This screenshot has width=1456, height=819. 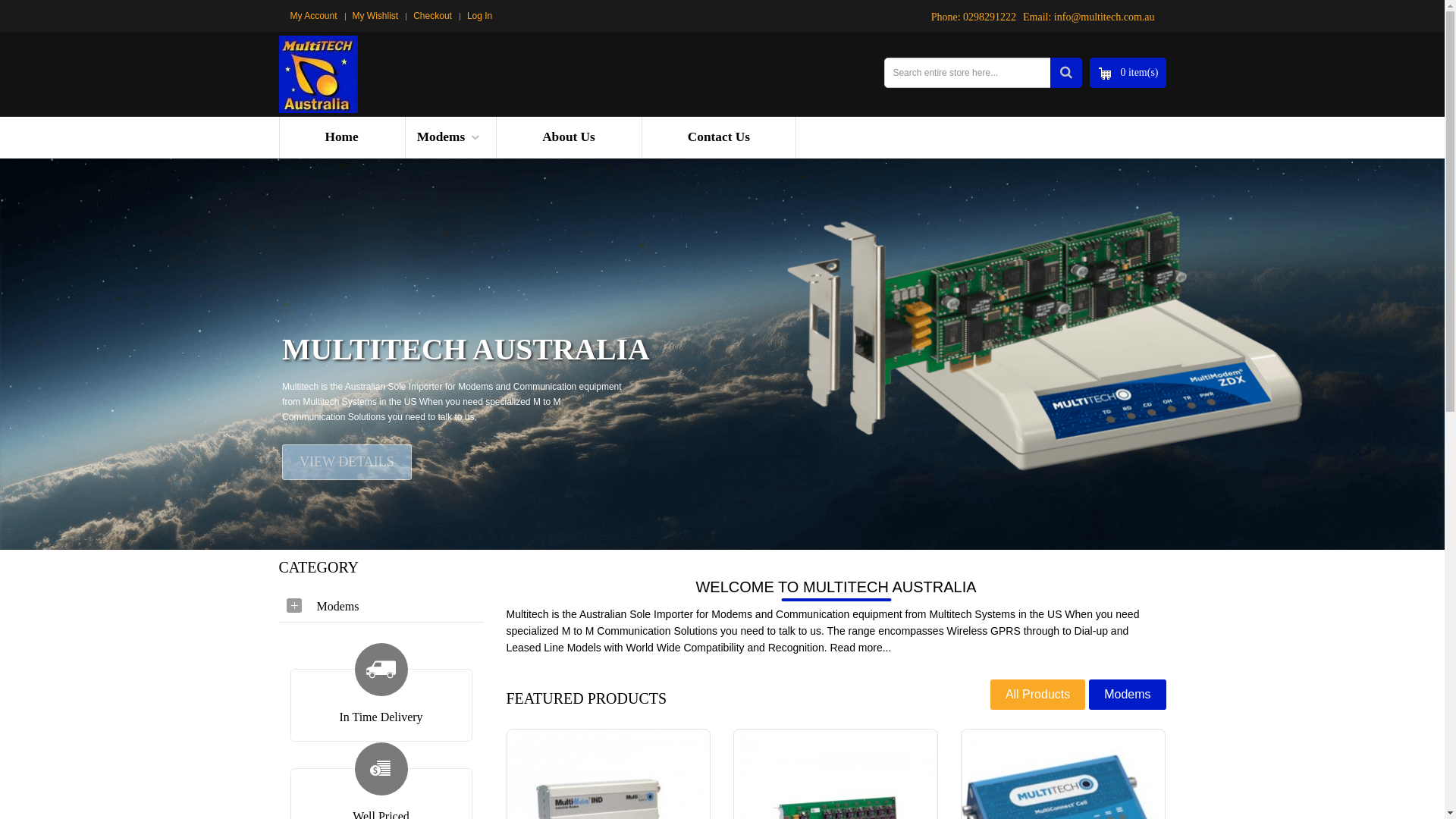 What do you see at coordinates (567, 137) in the screenshot?
I see `'About Us'` at bounding box center [567, 137].